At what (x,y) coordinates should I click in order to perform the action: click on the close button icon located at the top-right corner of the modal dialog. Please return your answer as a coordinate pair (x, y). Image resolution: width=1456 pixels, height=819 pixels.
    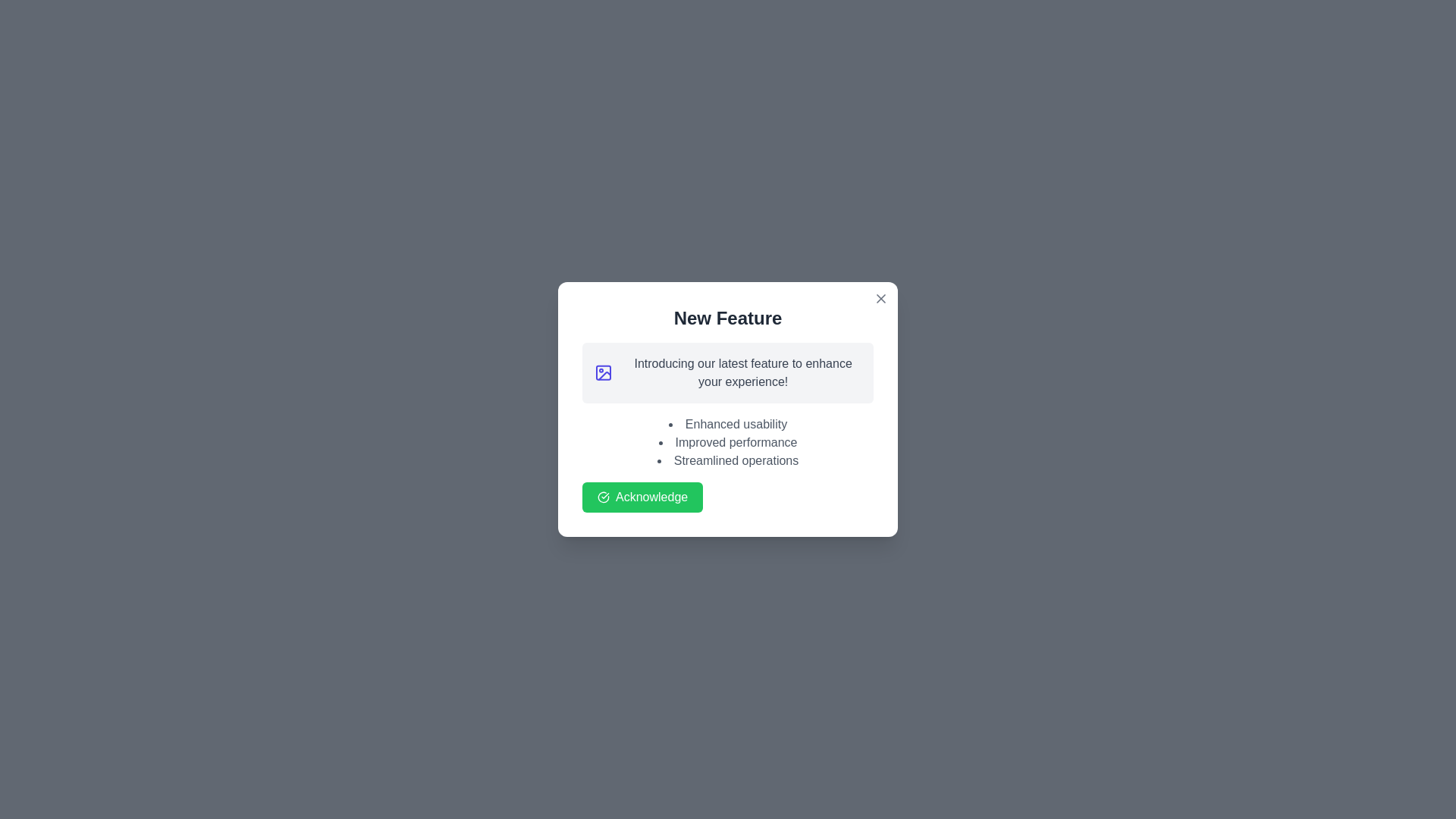
    Looking at the image, I should click on (880, 298).